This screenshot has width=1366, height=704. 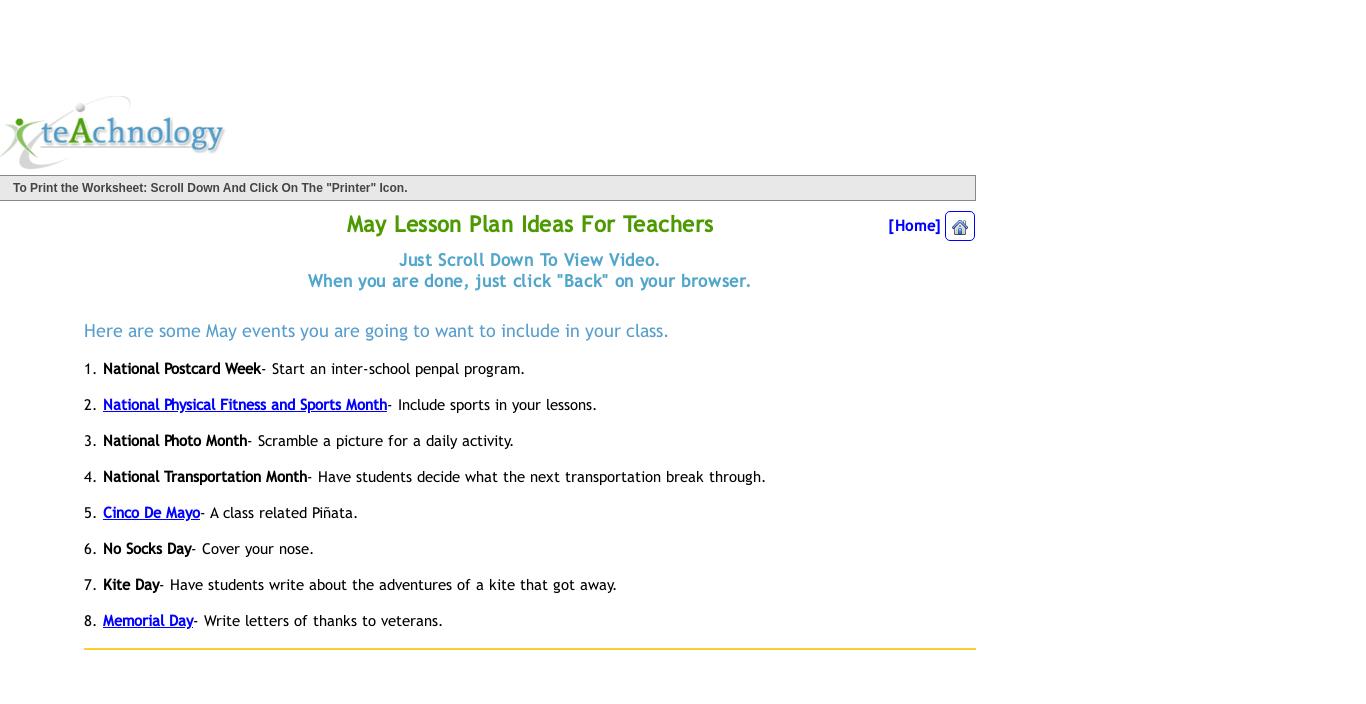 What do you see at coordinates (173, 438) in the screenshot?
I see `'National Photo Month'` at bounding box center [173, 438].